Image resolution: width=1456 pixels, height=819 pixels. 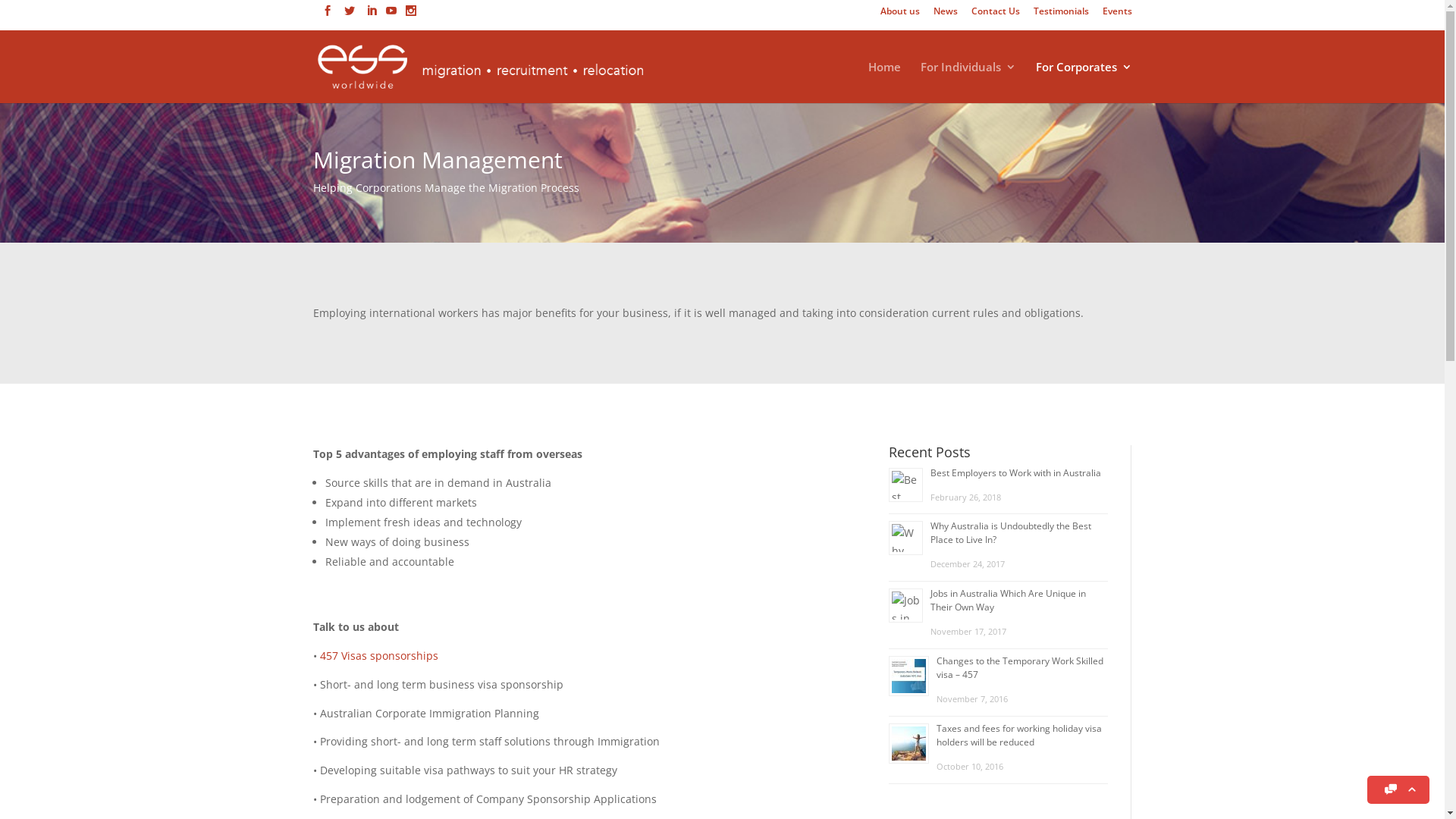 What do you see at coordinates (1103, 14) in the screenshot?
I see `'Events'` at bounding box center [1103, 14].